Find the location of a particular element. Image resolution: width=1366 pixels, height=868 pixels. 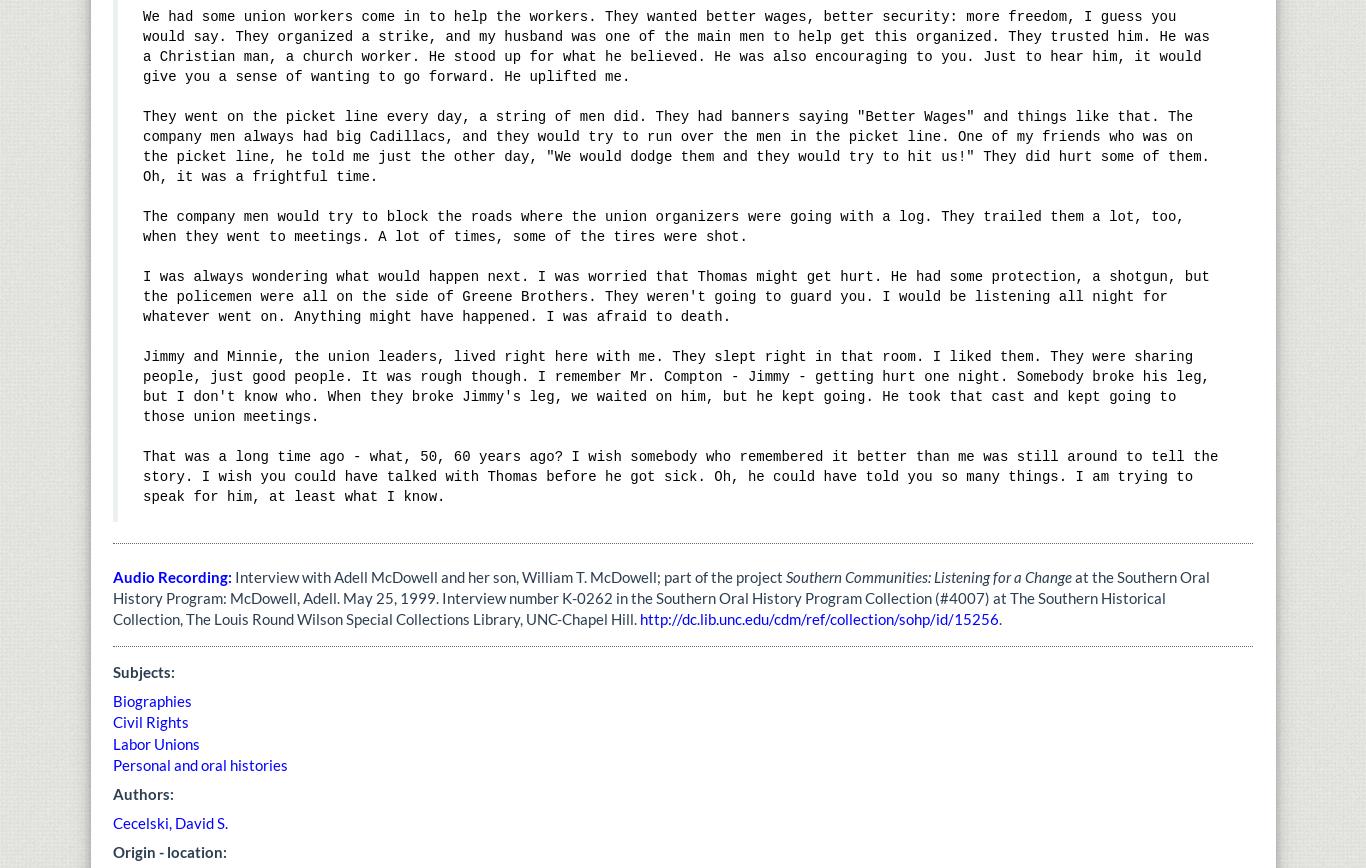

'Interview with Adell McDowell and her son, William T. McDowell; part of the project' is located at coordinates (508, 576).